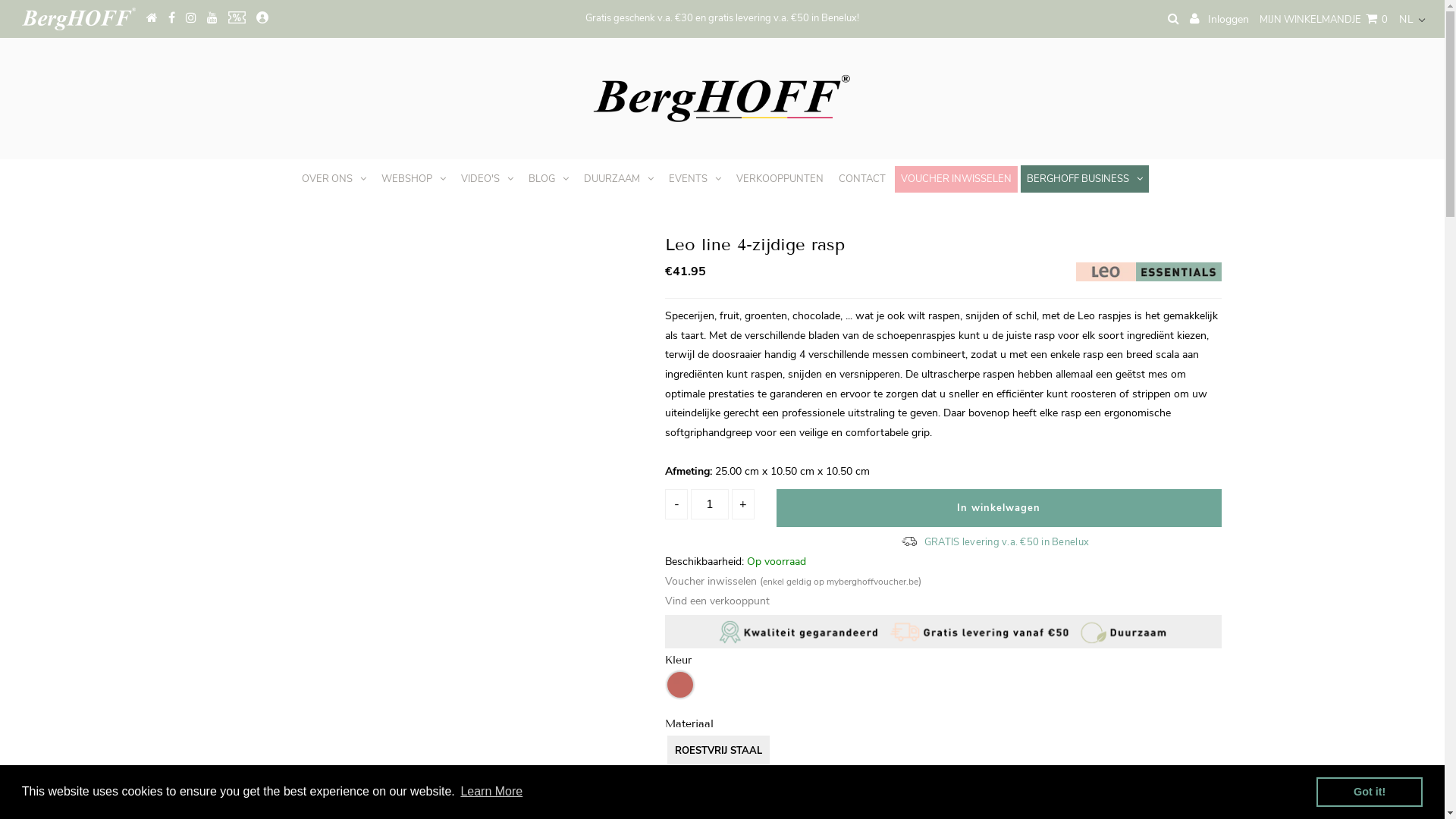 This screenshot has width=1456, height=819. I want to click on 'BLOG', so click(548, 177).